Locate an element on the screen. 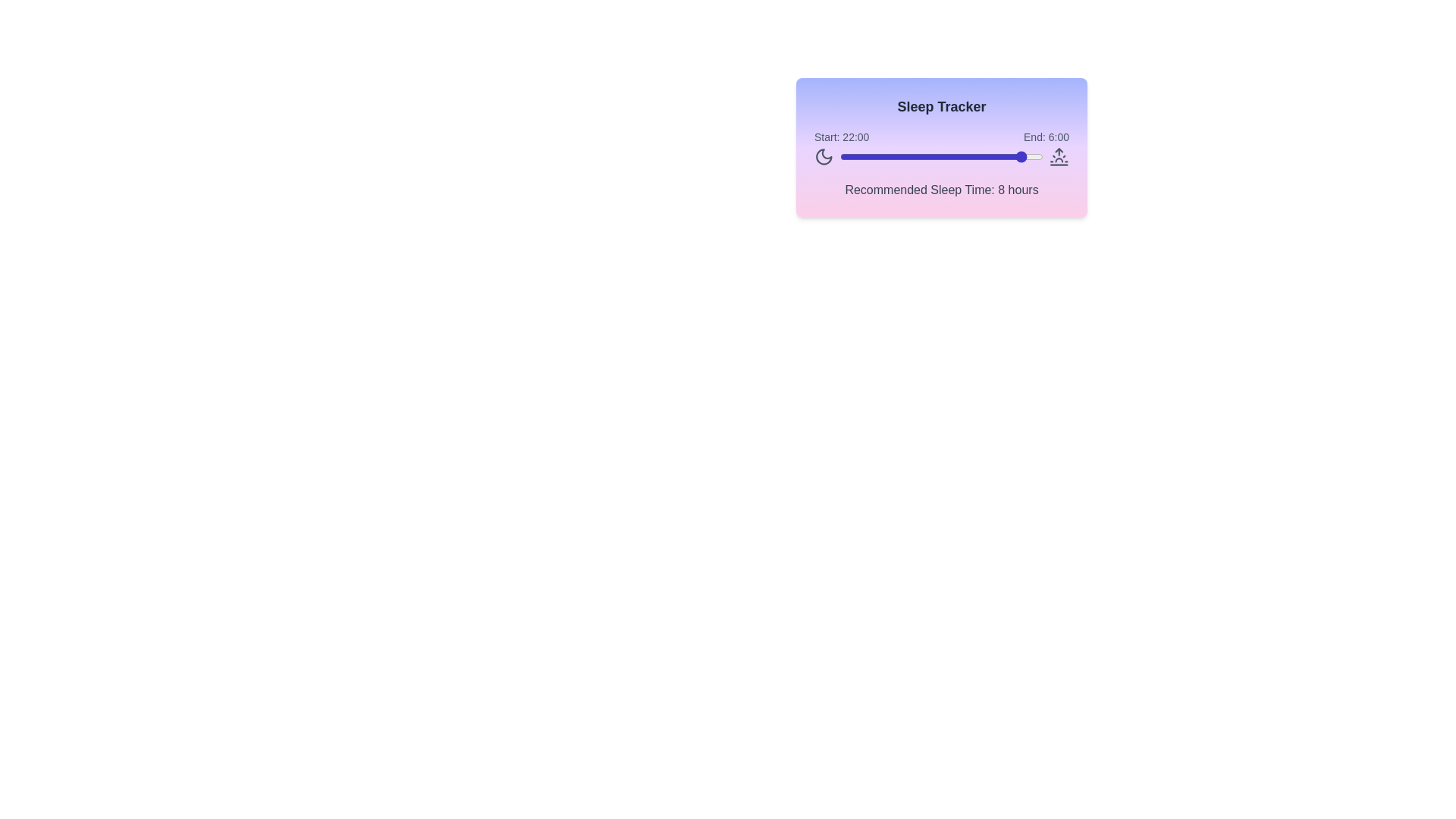 The image size is (1456, 819). the sleep time slider to set the start time to 20 is located at coordinates (1009, 157).